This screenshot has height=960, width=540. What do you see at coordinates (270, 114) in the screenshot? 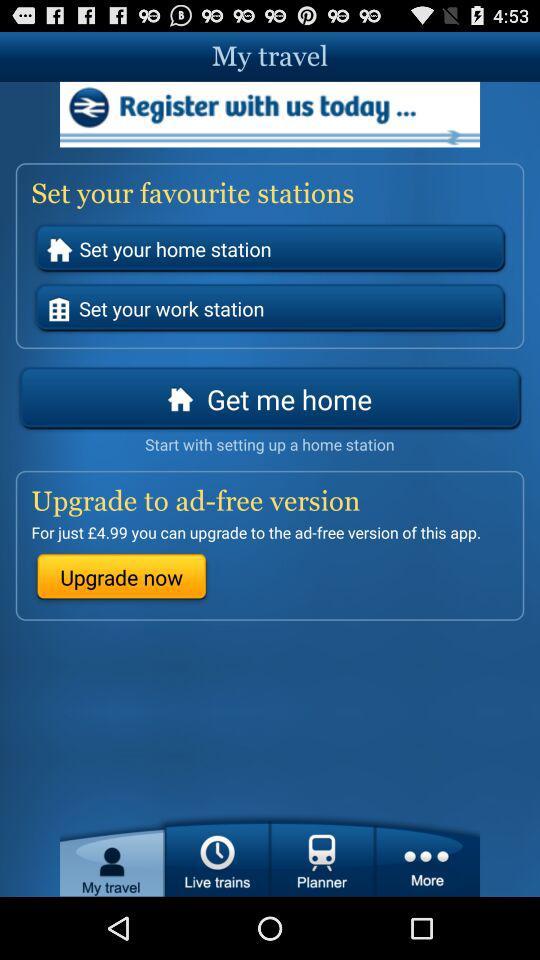
I see `register` at bounding box center [270, 114].